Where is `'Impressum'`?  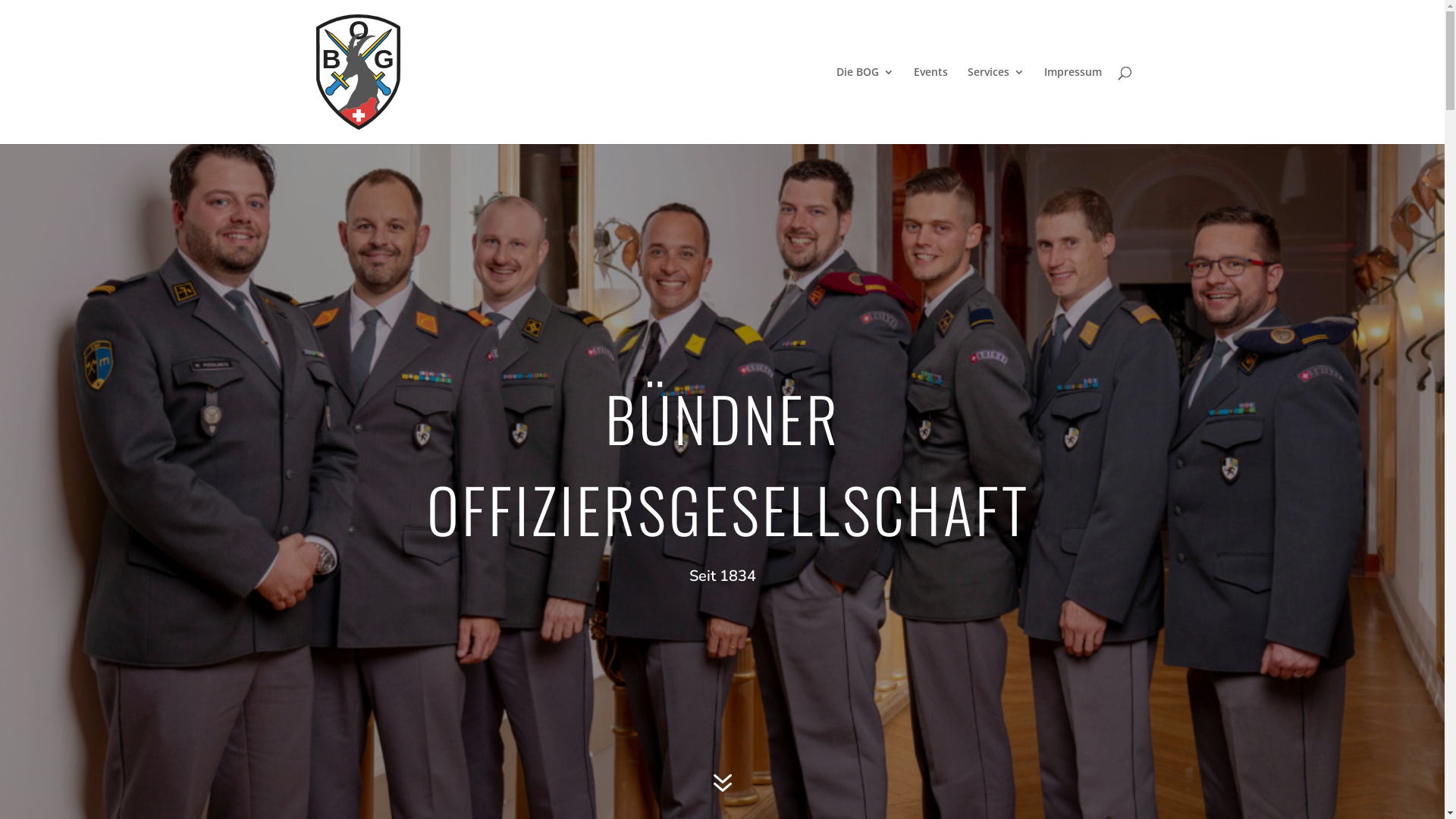
'Impressum' is located at coordinates (1072, 104).